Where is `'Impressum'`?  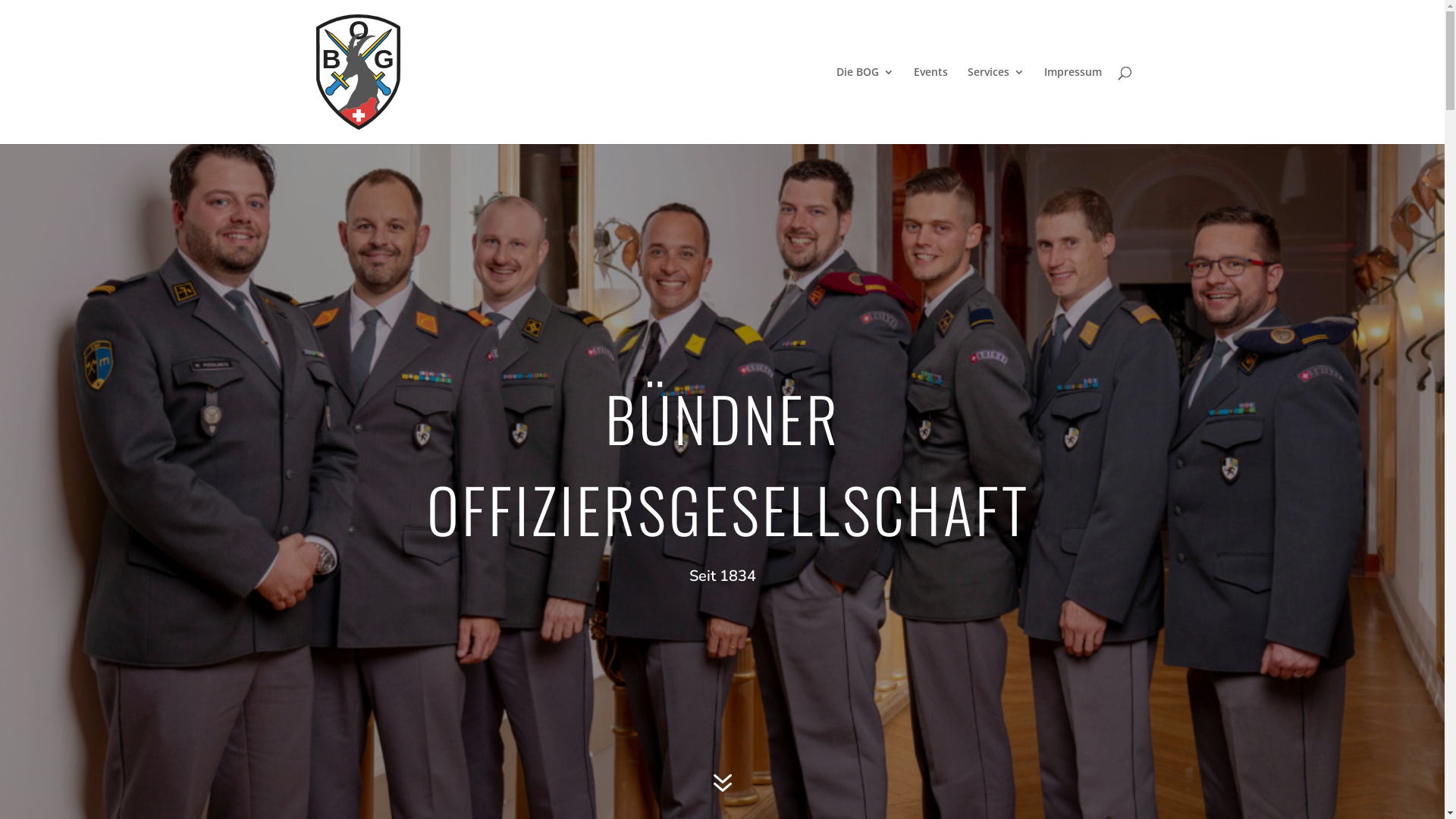
'Impressum' is located at coordinates (1072, 104).